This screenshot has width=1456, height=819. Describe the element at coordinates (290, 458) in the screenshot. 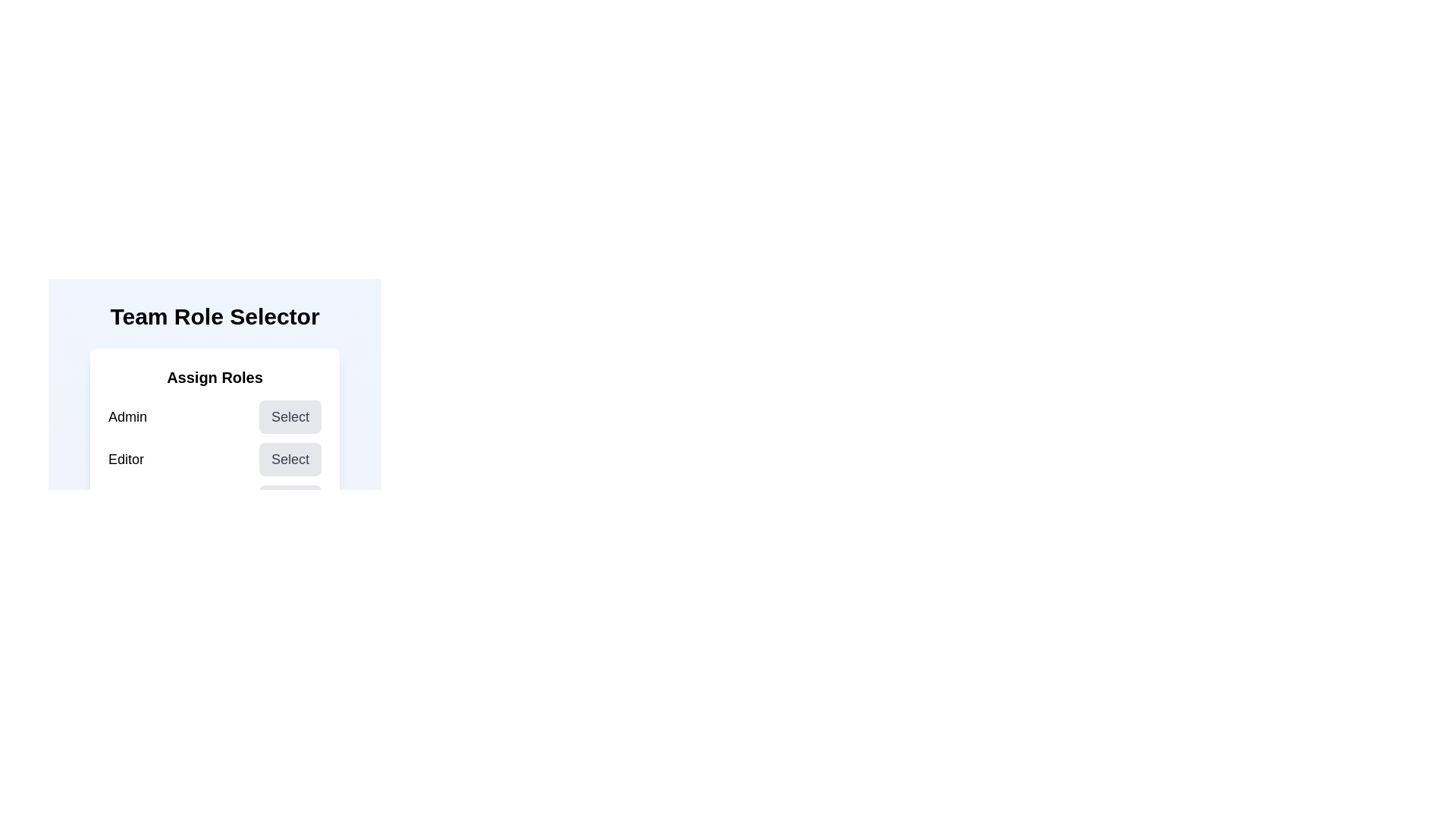

I see `'Select' button next to the role Editor` at that location.